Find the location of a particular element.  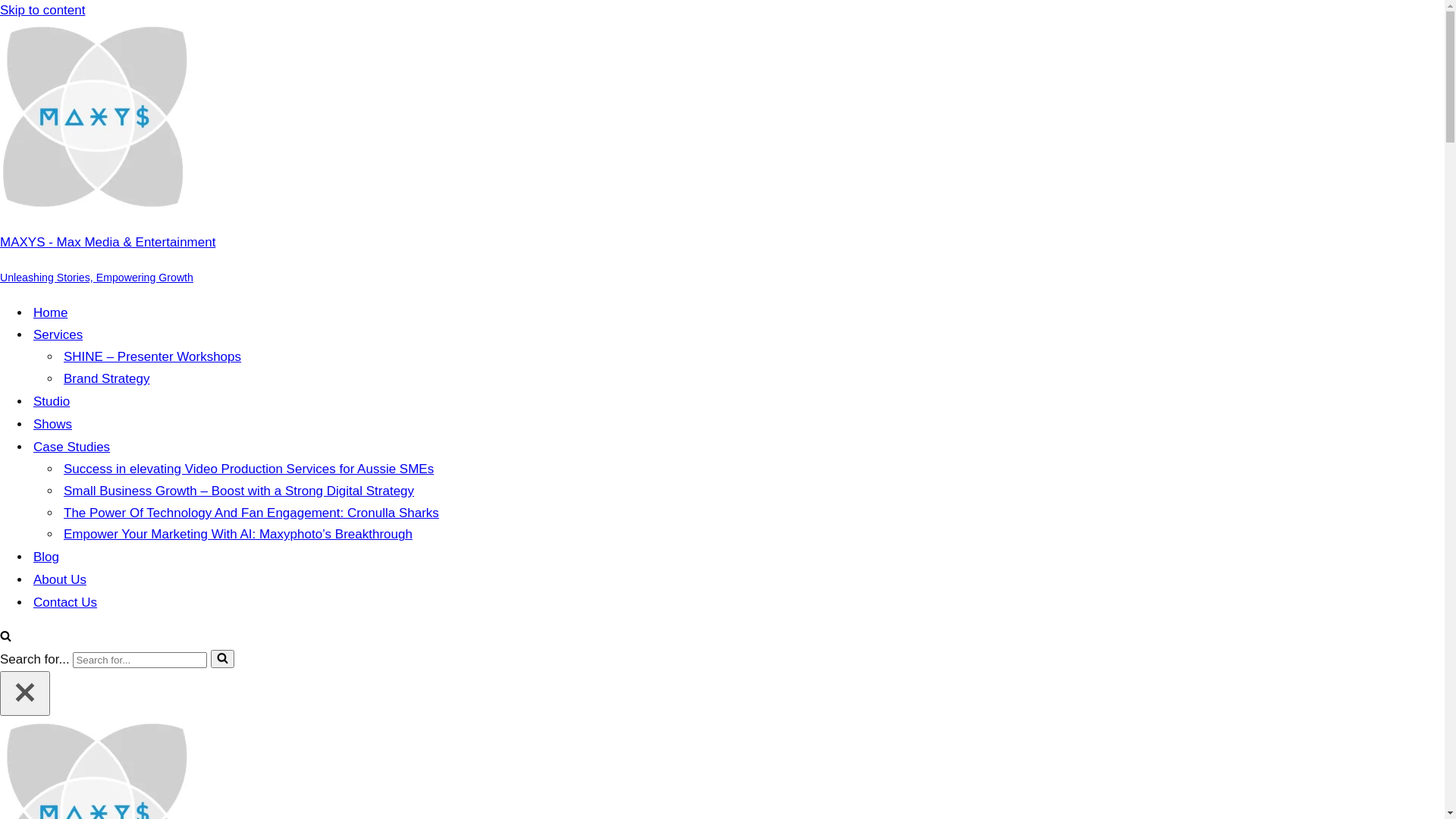

'Services' is located at coordinates (58, 334).